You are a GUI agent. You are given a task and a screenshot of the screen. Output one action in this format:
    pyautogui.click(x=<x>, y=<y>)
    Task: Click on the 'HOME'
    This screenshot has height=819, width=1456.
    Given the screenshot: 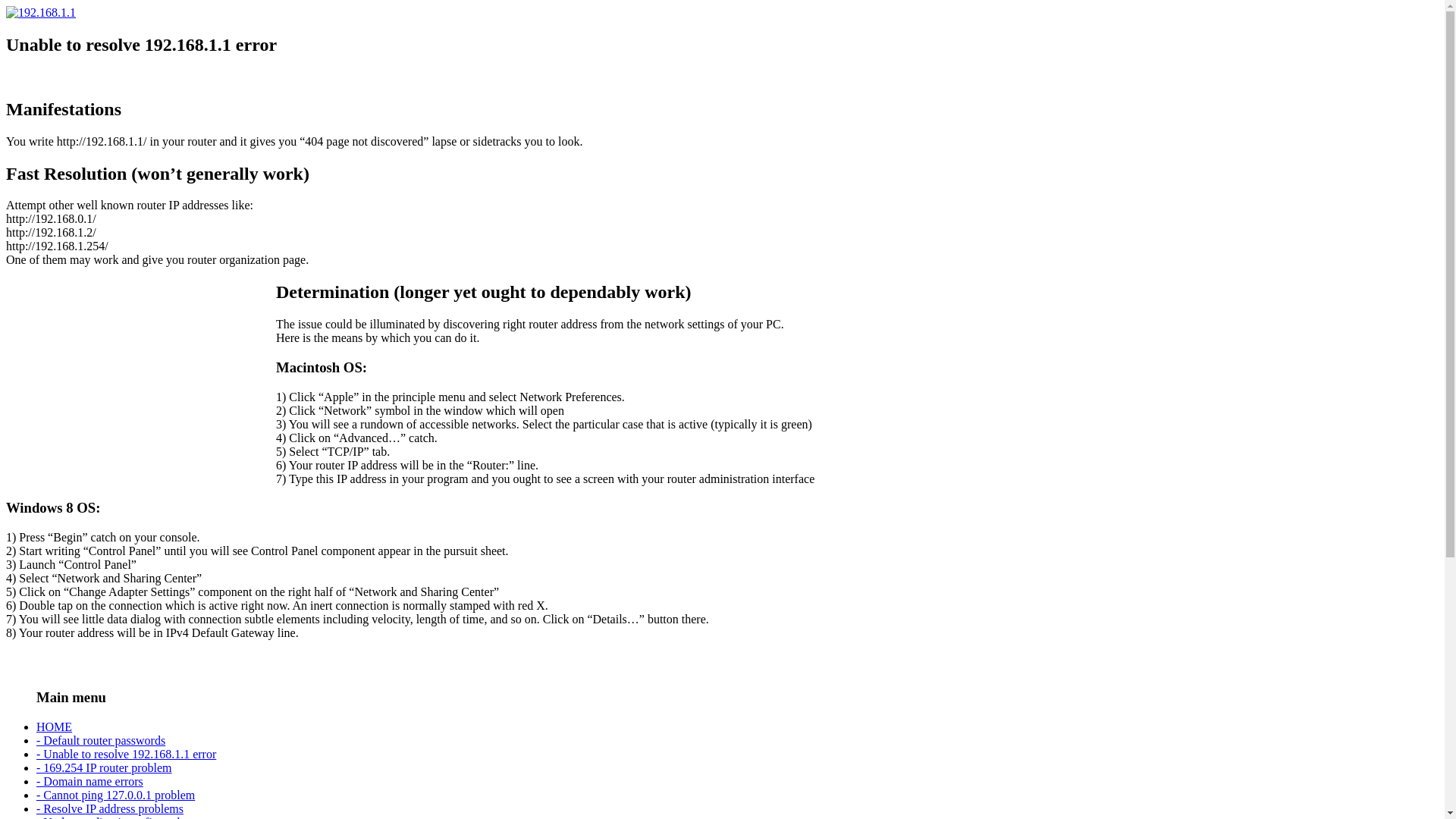 What is the action you would take?
    pyautogui.click(x=54, y=726)
    